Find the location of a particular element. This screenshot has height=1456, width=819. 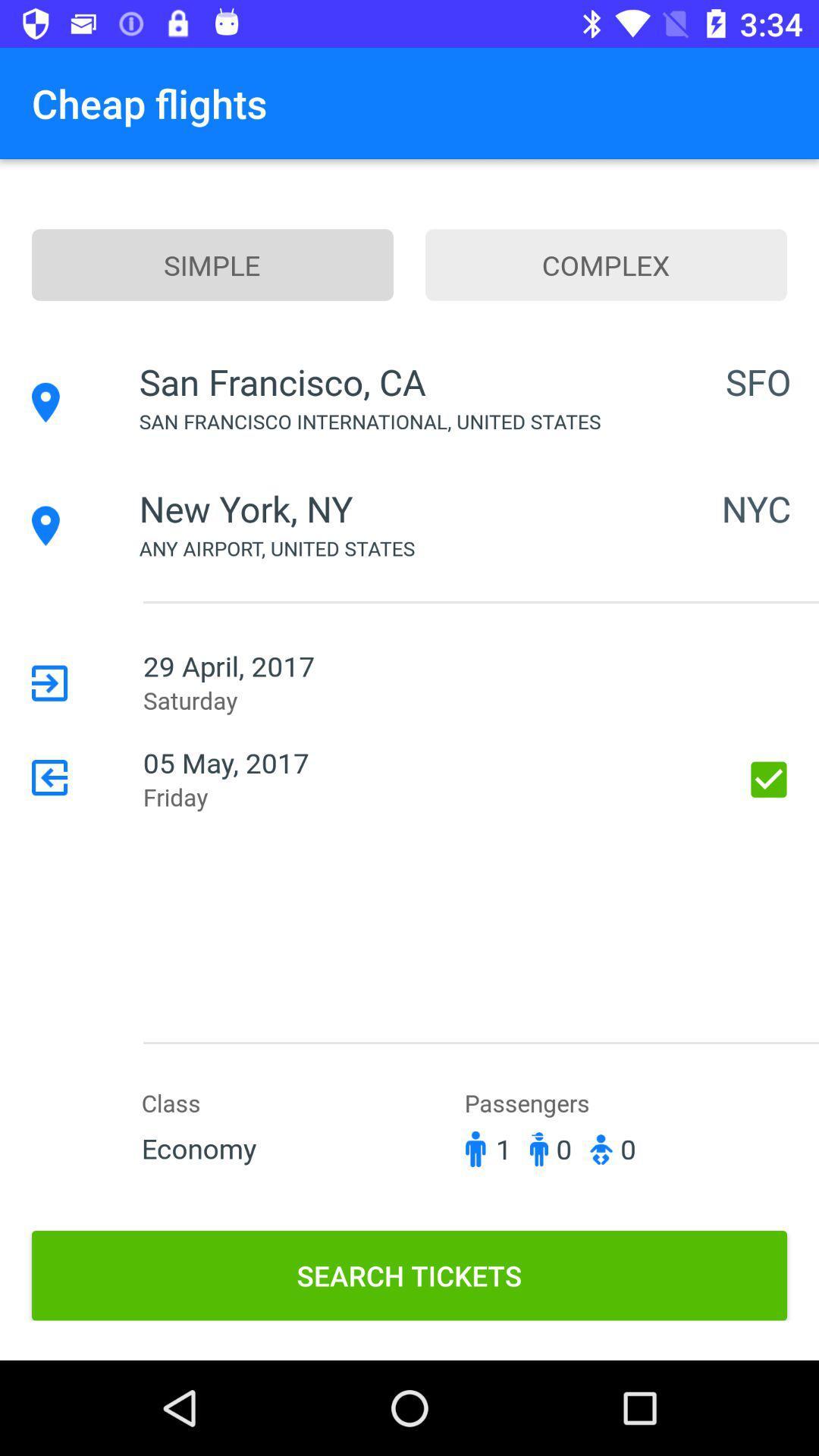

the icon above the san francisco, ca icon is located at coordinates (212, 265).